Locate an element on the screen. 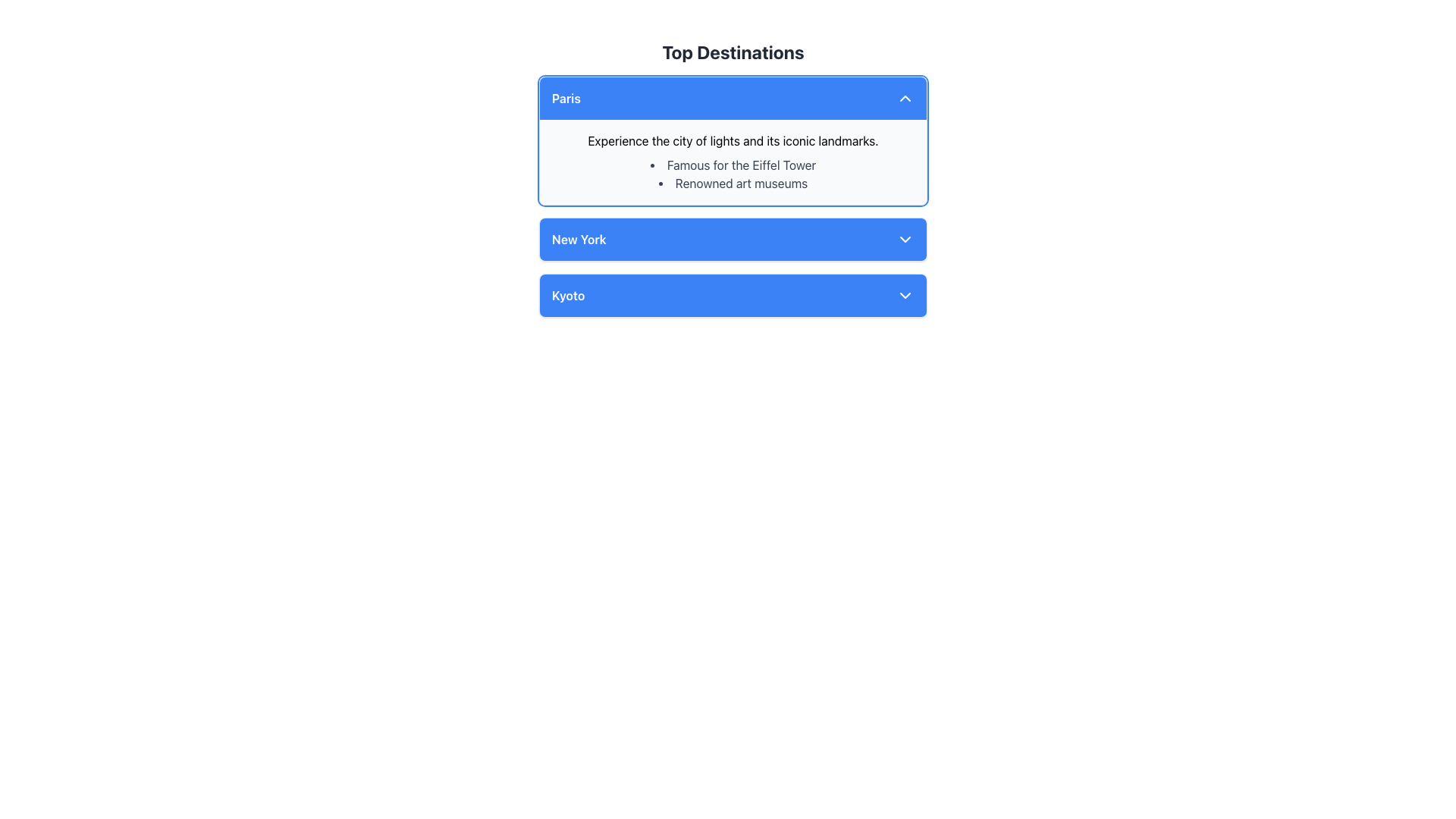 The image size is (1456, 819). the dropdown button located between the 'Paris' button above and the 'Kyoto' button below, which is intended is located at coordinates (733, 239).